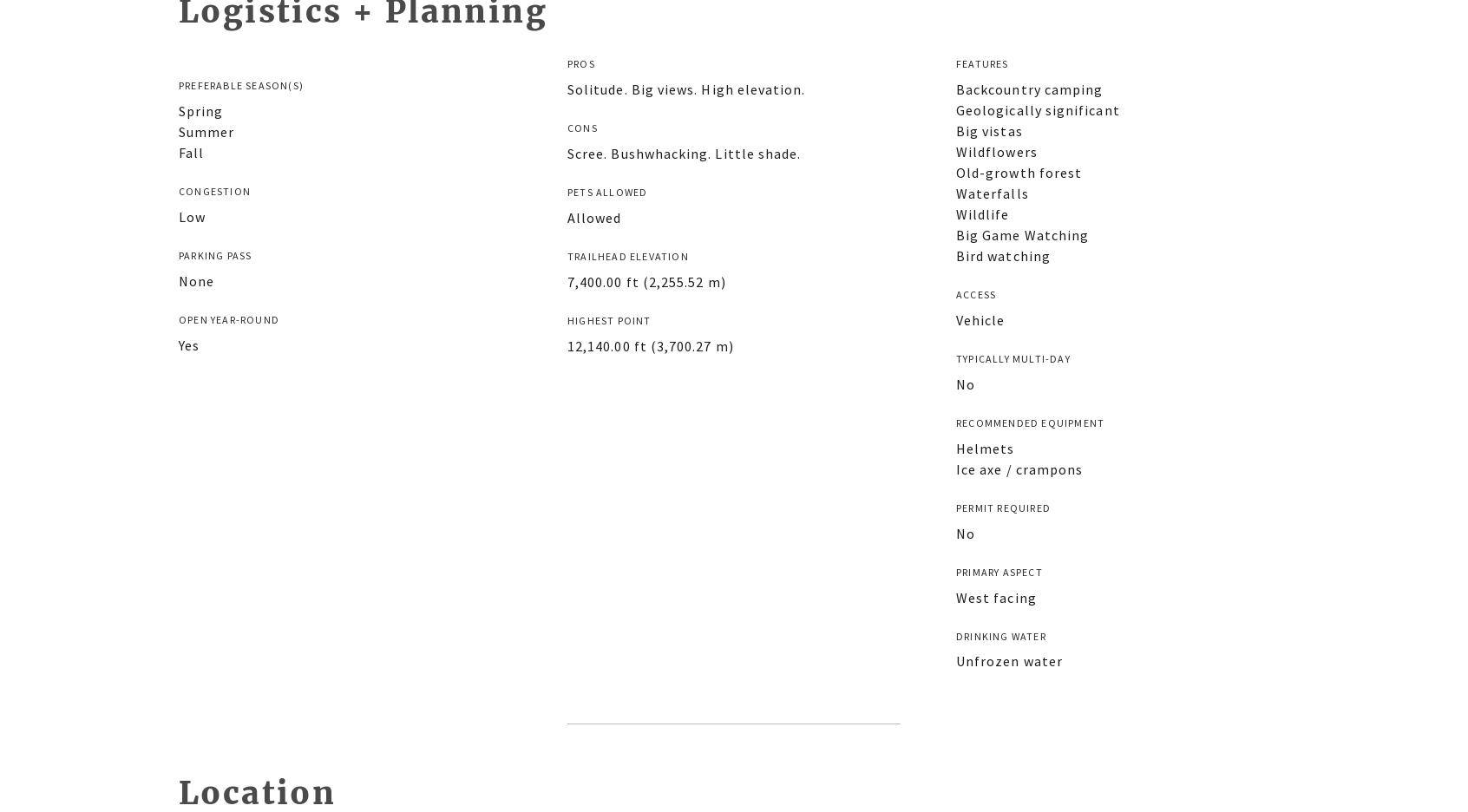 The width and height of the screenshot is (1468, 812). What do you see at coordinates (955, 660) in the screenshot?
I see `'Unfrozen water'` at bounding box center [955, 660].